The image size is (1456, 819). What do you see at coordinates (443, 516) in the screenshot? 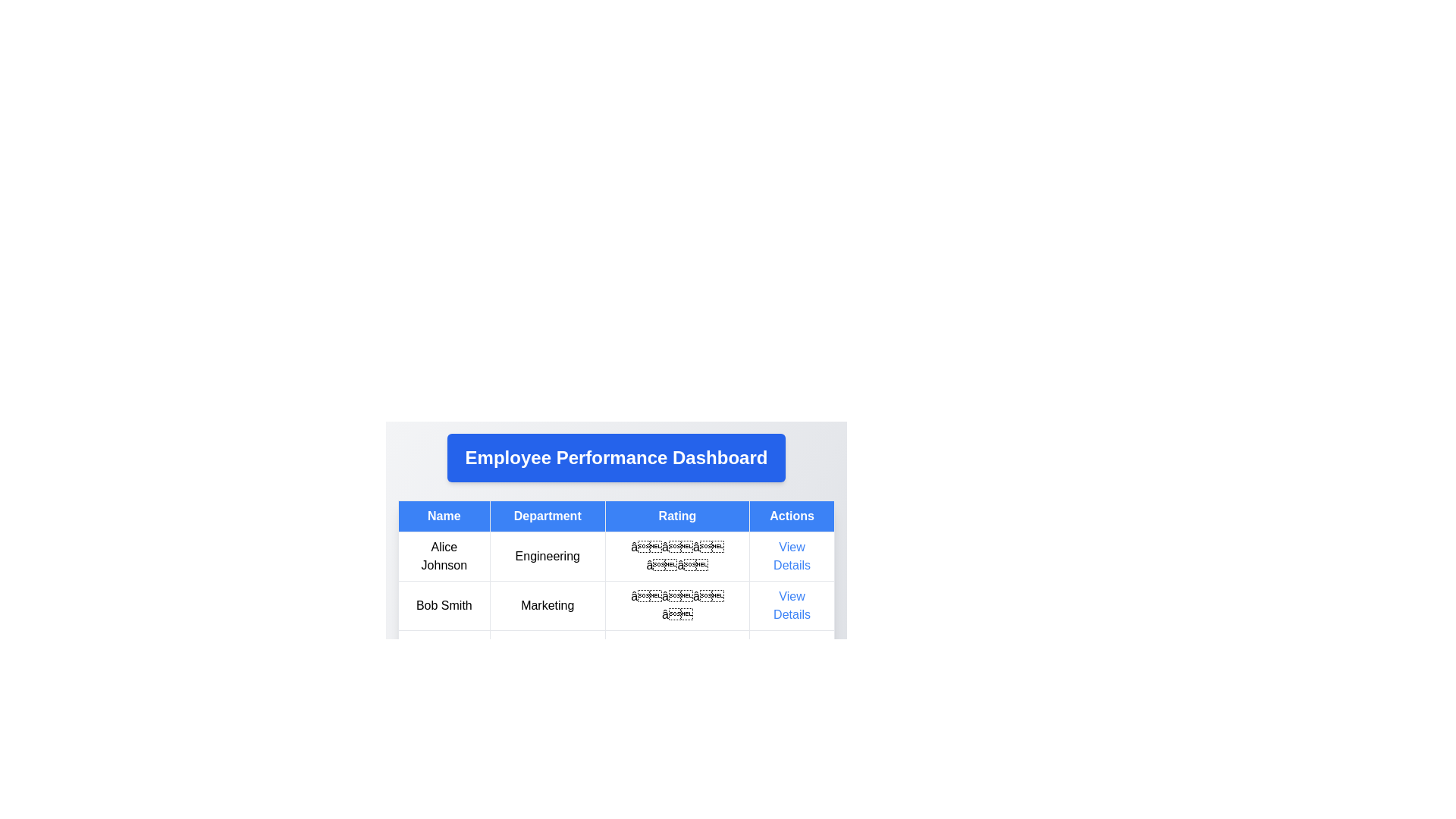
I see `text from the first header cell of the table, which indicates the column displays names of employees` at bounding box center [443, 516].